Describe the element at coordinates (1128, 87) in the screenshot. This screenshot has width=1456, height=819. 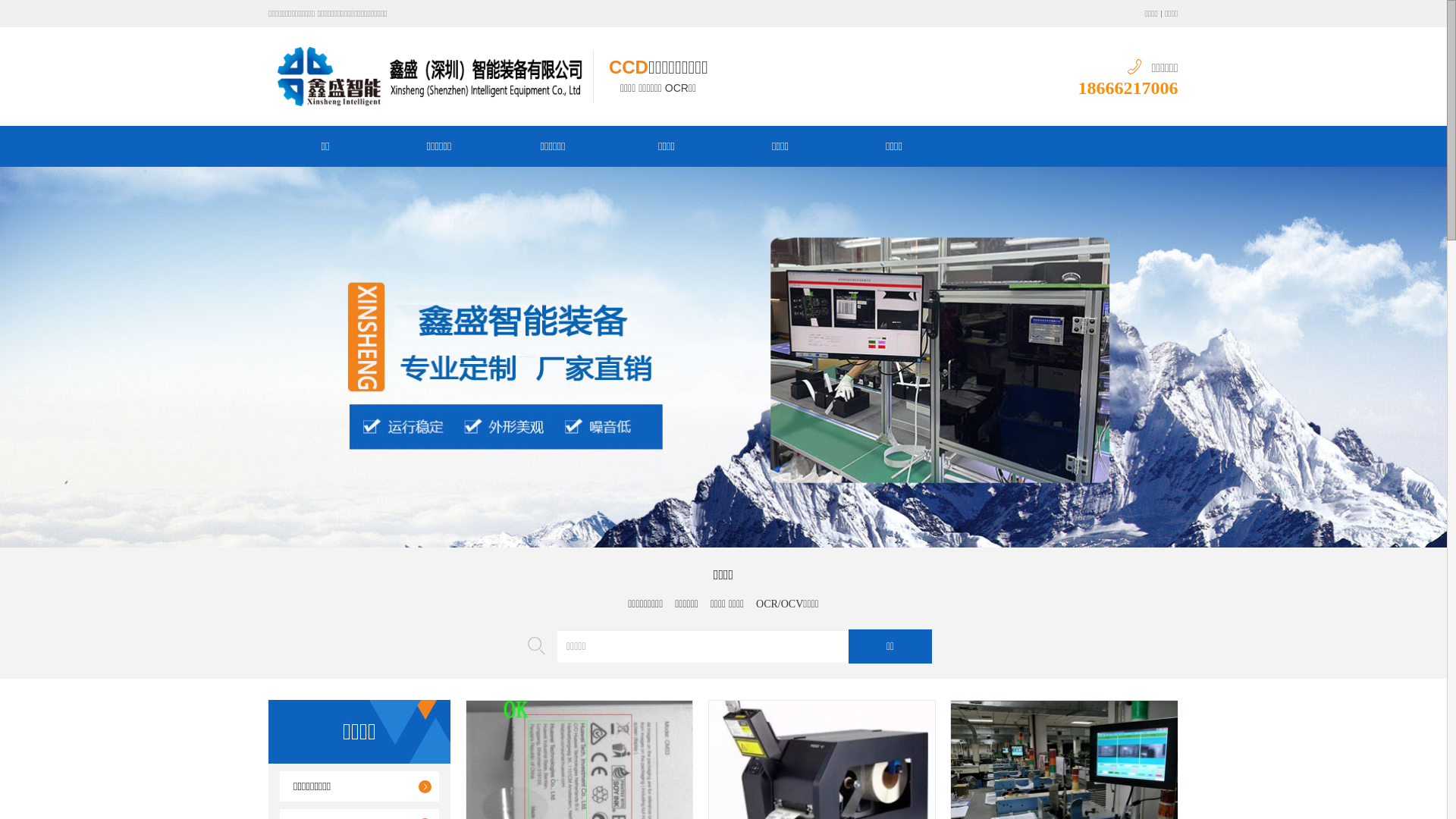
I see `'18666217006'` at that location.